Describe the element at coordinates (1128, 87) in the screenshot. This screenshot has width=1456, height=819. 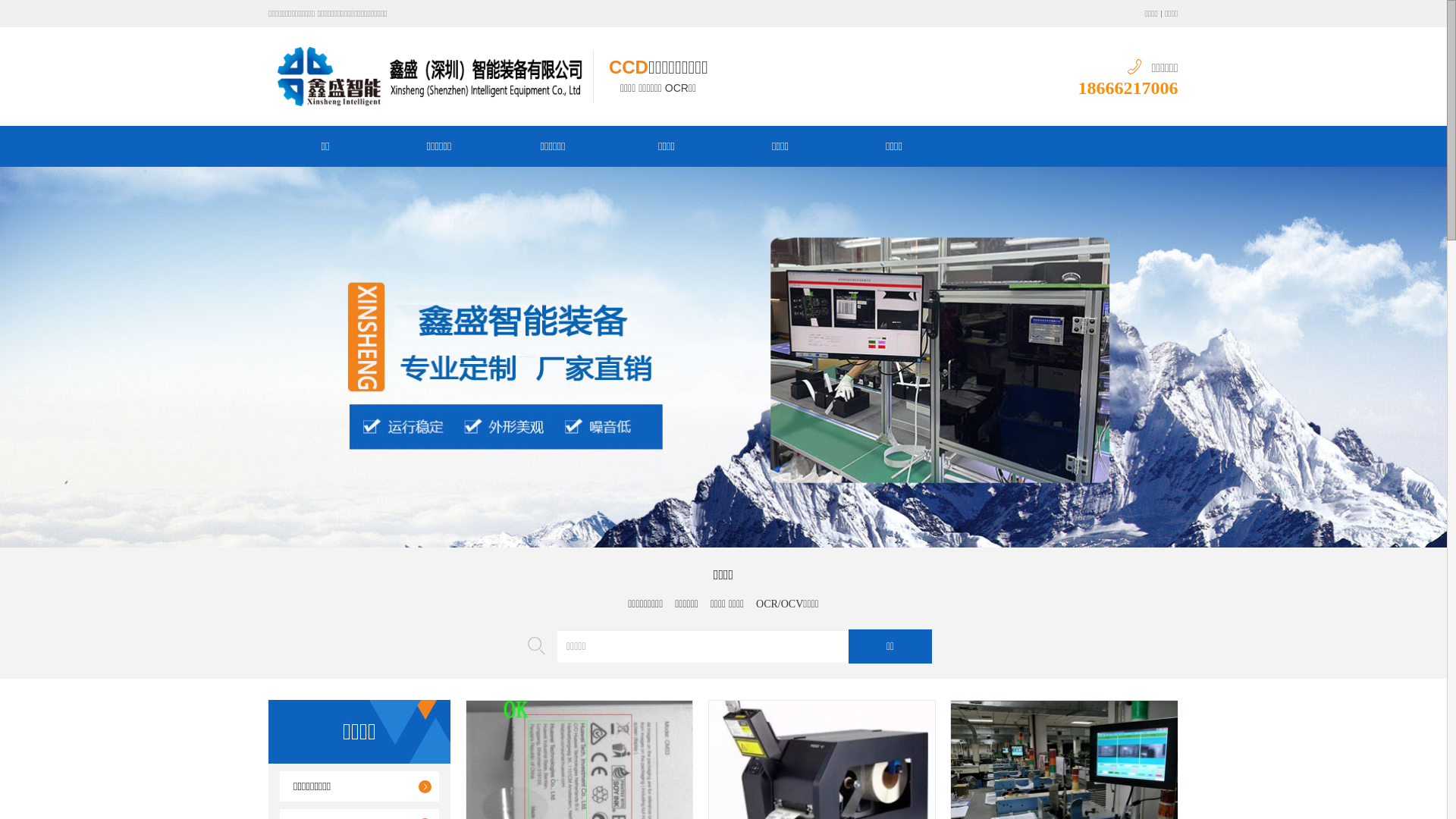
I see `'18666217006'` at that location.